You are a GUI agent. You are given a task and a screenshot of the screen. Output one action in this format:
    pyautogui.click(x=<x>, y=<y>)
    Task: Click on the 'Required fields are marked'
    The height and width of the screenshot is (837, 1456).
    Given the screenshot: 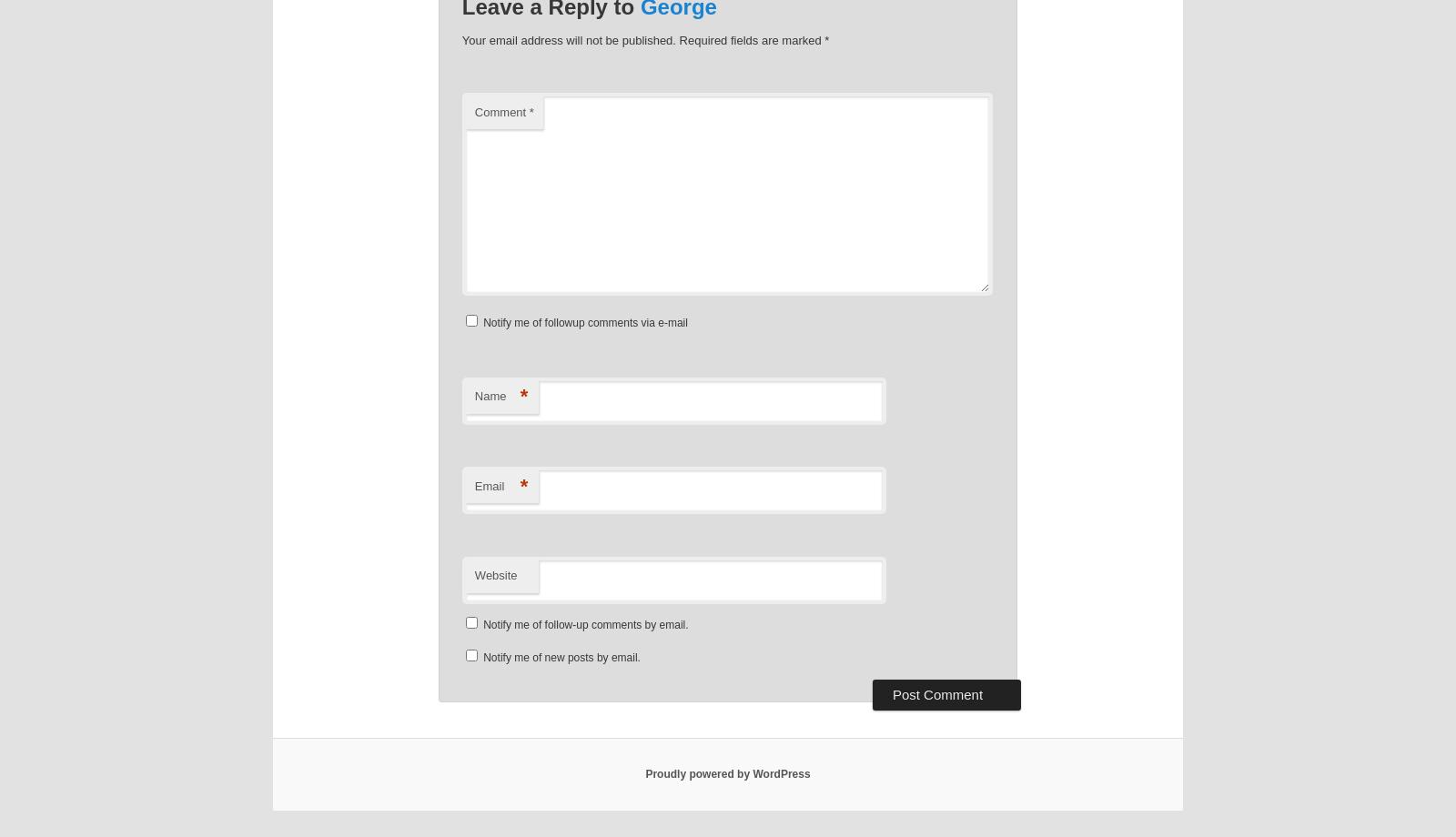 What is the action you would take?
    pyautogui.click(x=678, y=40)
    